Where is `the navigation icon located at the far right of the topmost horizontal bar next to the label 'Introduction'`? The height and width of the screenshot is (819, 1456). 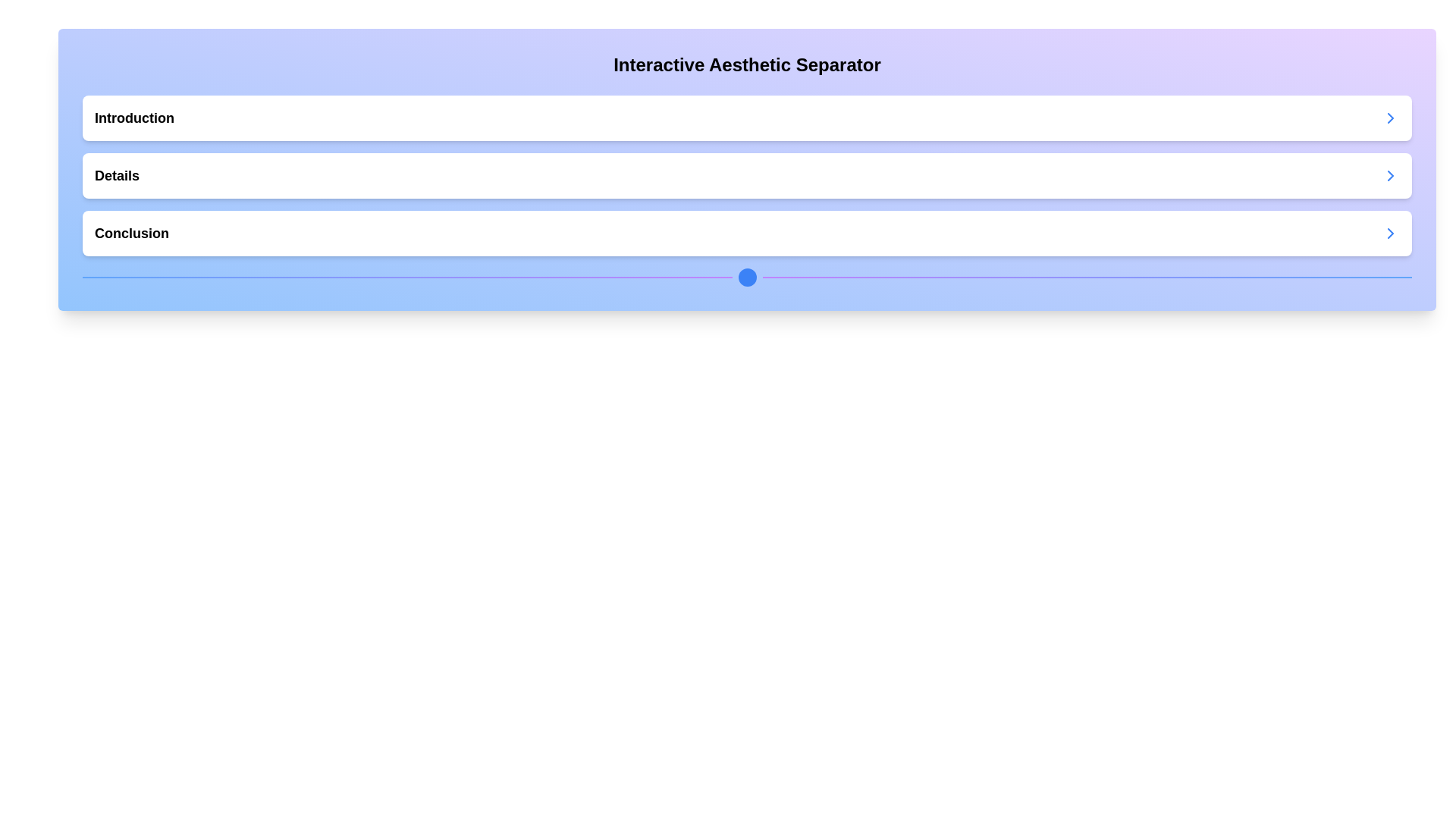
the navigation icon located at the far right of the topmost horizontal bar next to the label 'Introduction' is located at coordinates (1390, 117).